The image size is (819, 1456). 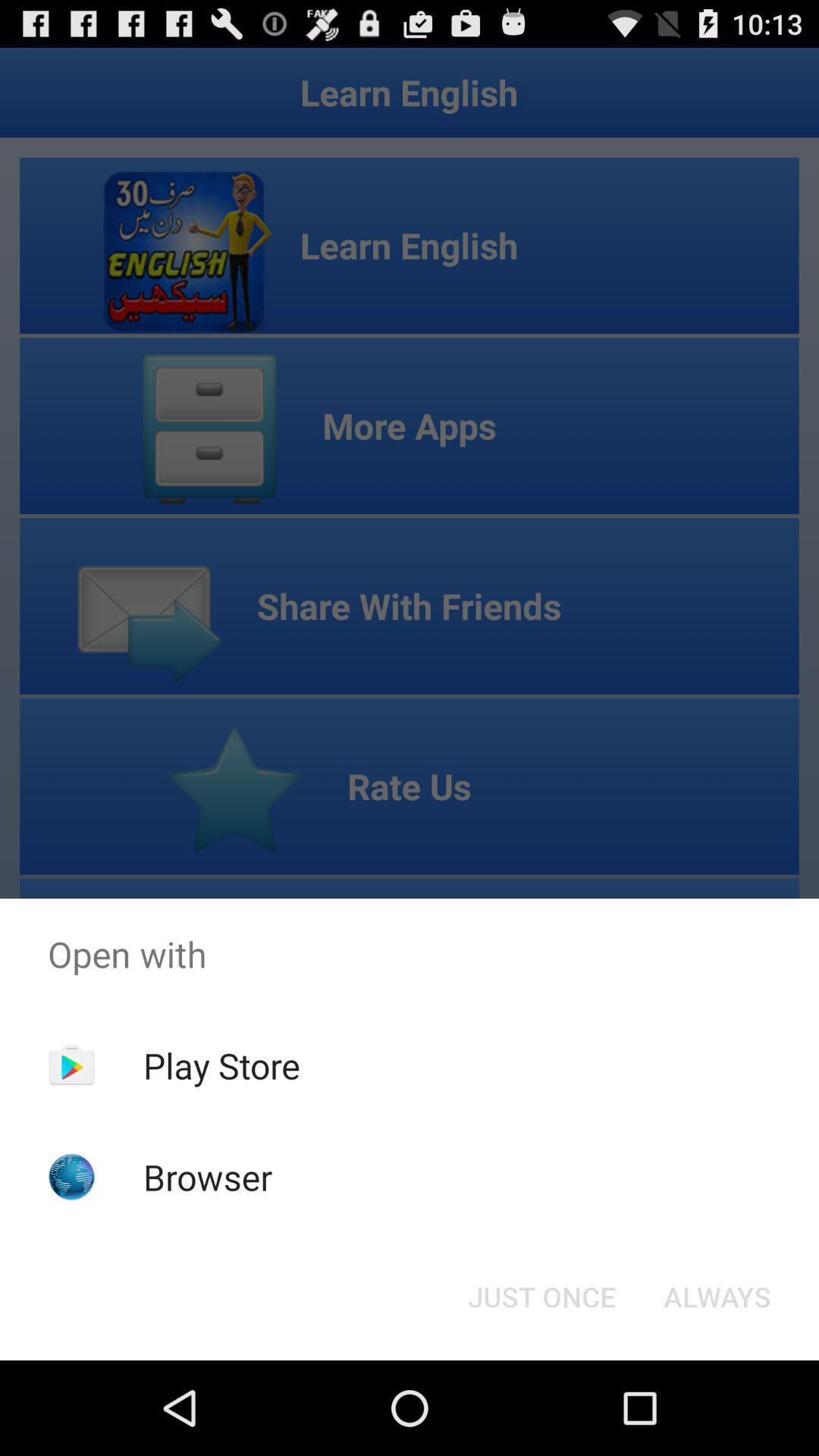 I want to click on item at the bottom right corner, so click(x=717, y=1295).